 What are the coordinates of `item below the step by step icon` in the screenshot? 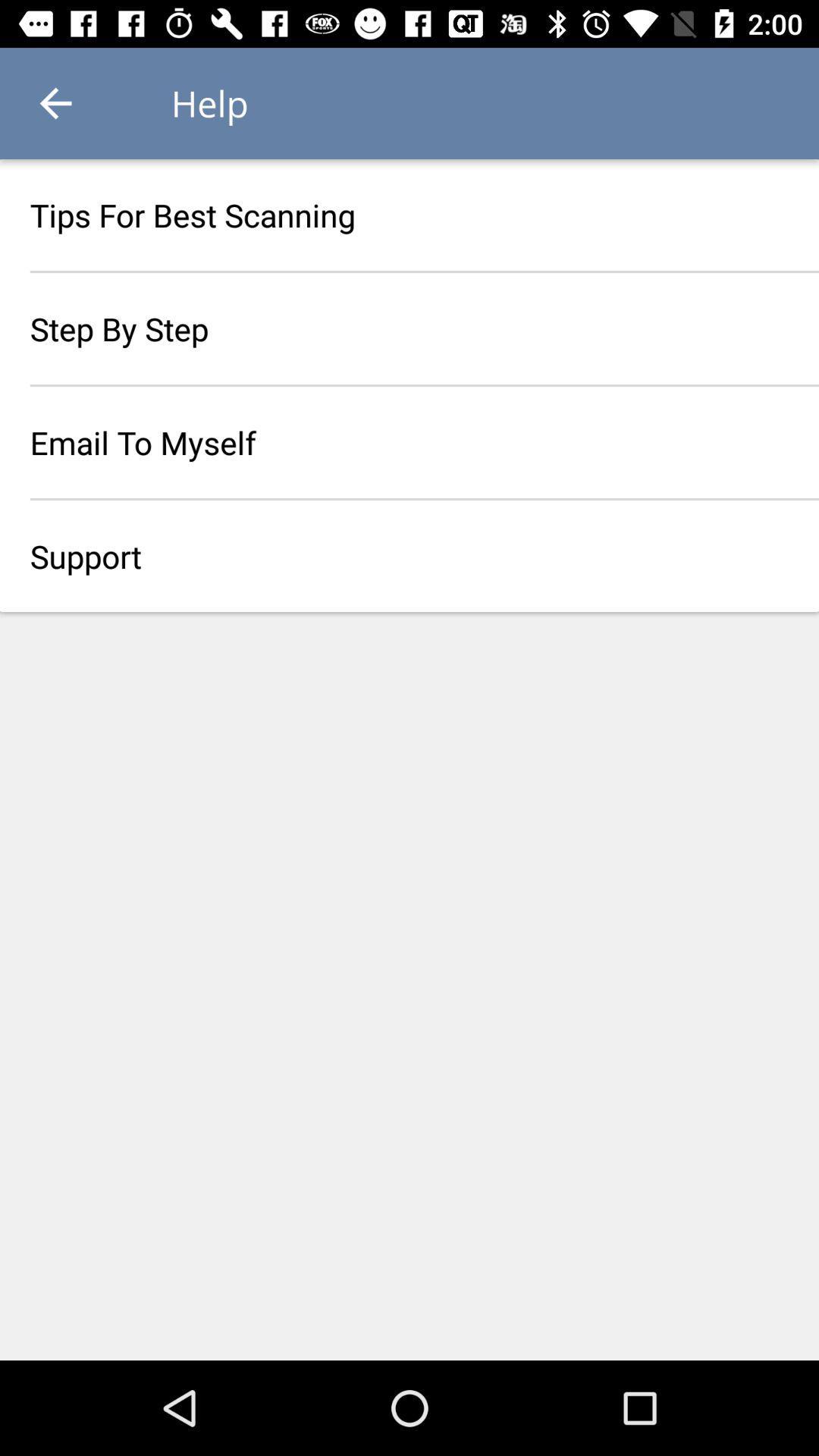 It's located at (409, 441).